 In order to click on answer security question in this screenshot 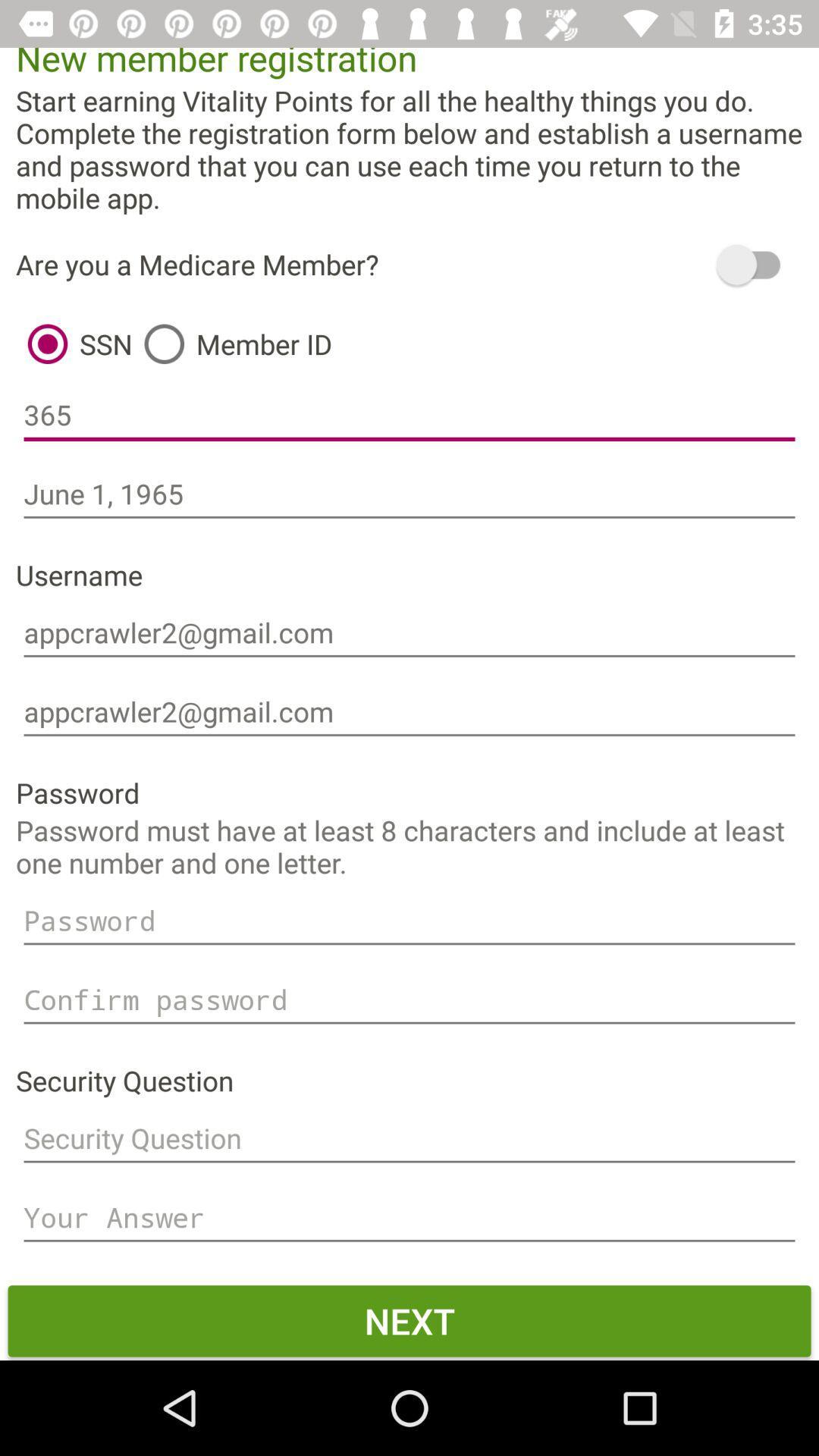, I will do `click(409, 1218)`.